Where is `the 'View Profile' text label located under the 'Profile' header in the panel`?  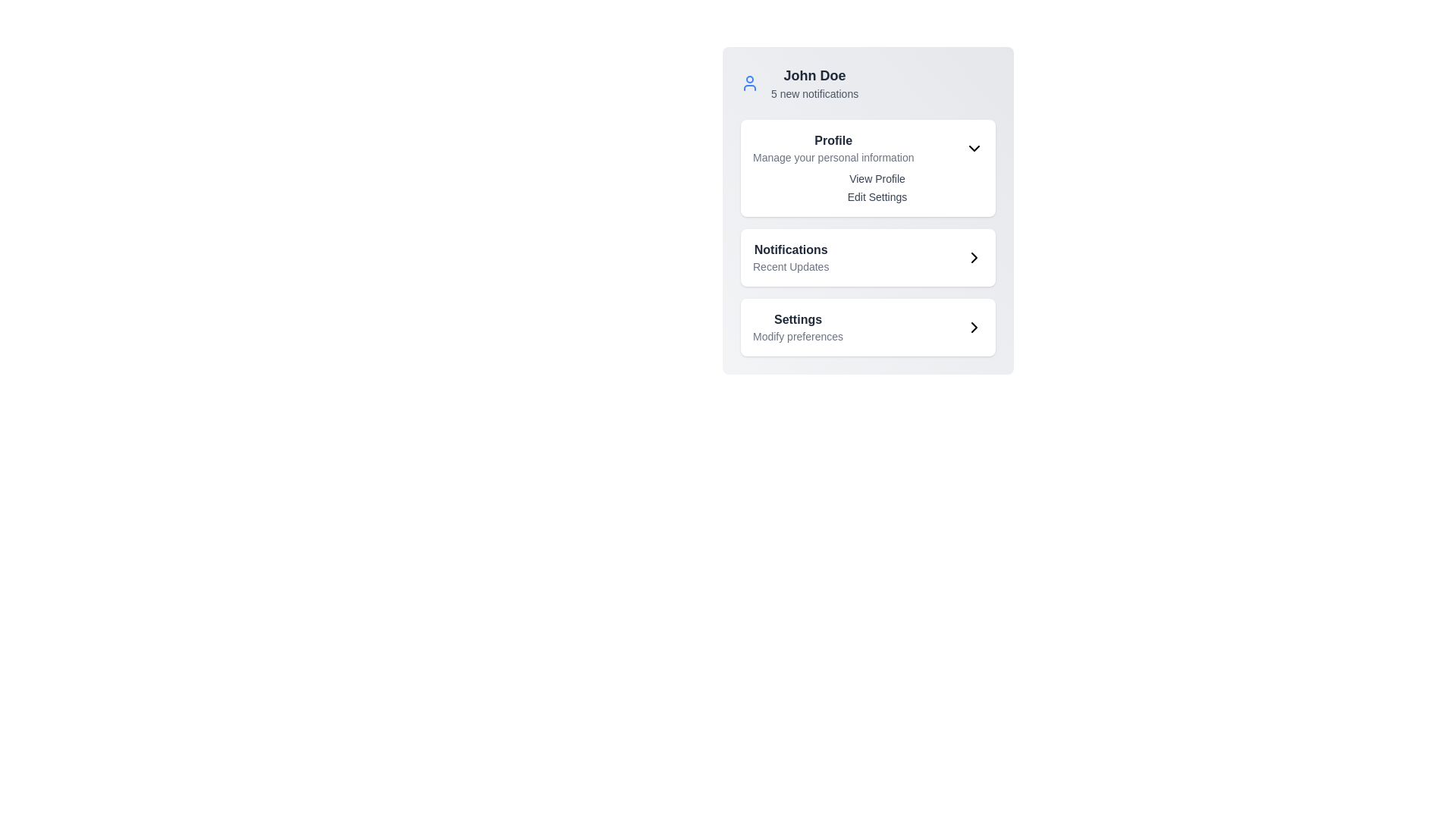 the 'View Profile' text label located under the 'Profile' header in the panel is located at coordinates (877, 177).